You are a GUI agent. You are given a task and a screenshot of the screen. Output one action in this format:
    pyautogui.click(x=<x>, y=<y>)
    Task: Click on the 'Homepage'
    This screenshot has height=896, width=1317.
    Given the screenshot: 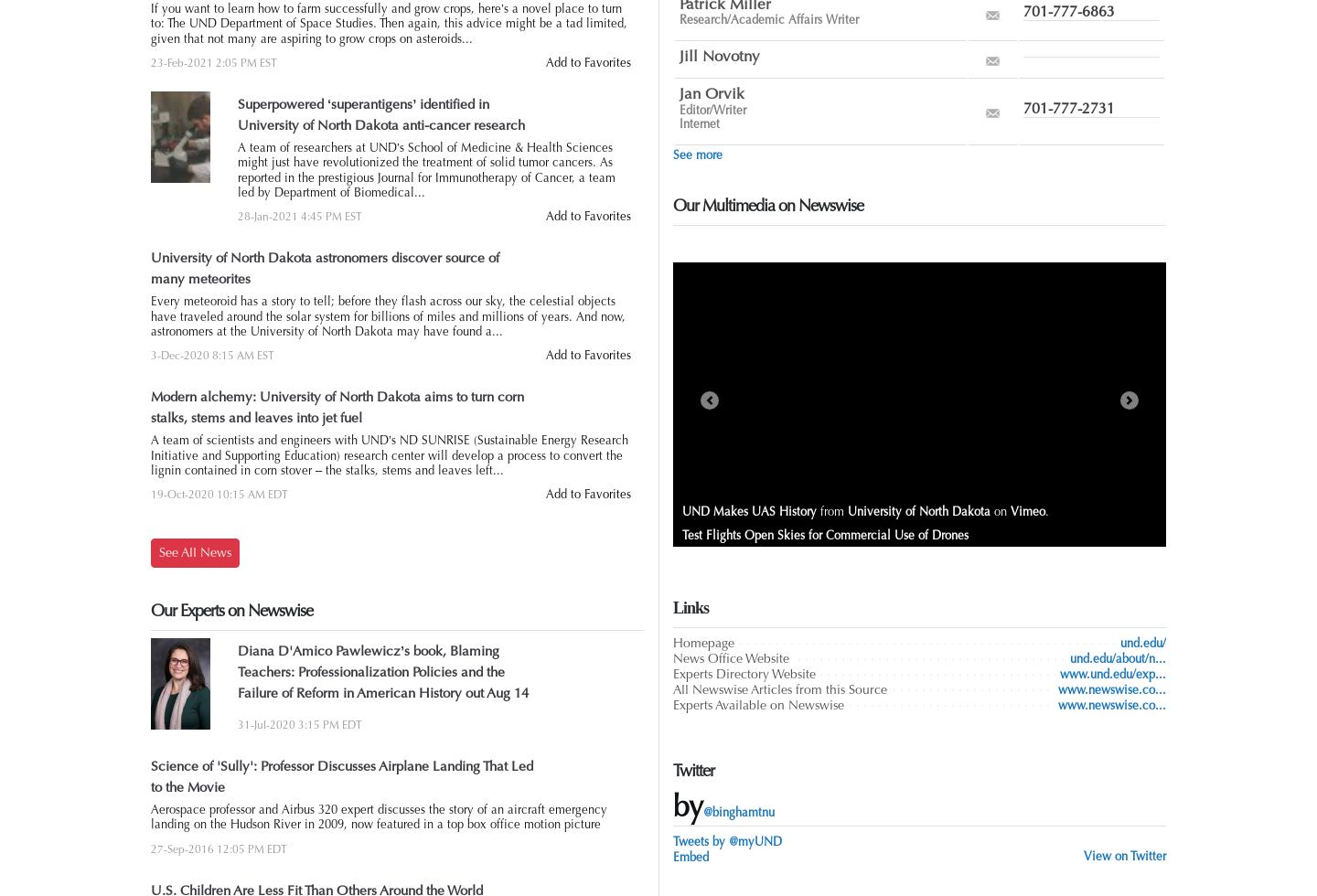 What is the action you would take?
    pyautogui.click(x=702, y=643)
    